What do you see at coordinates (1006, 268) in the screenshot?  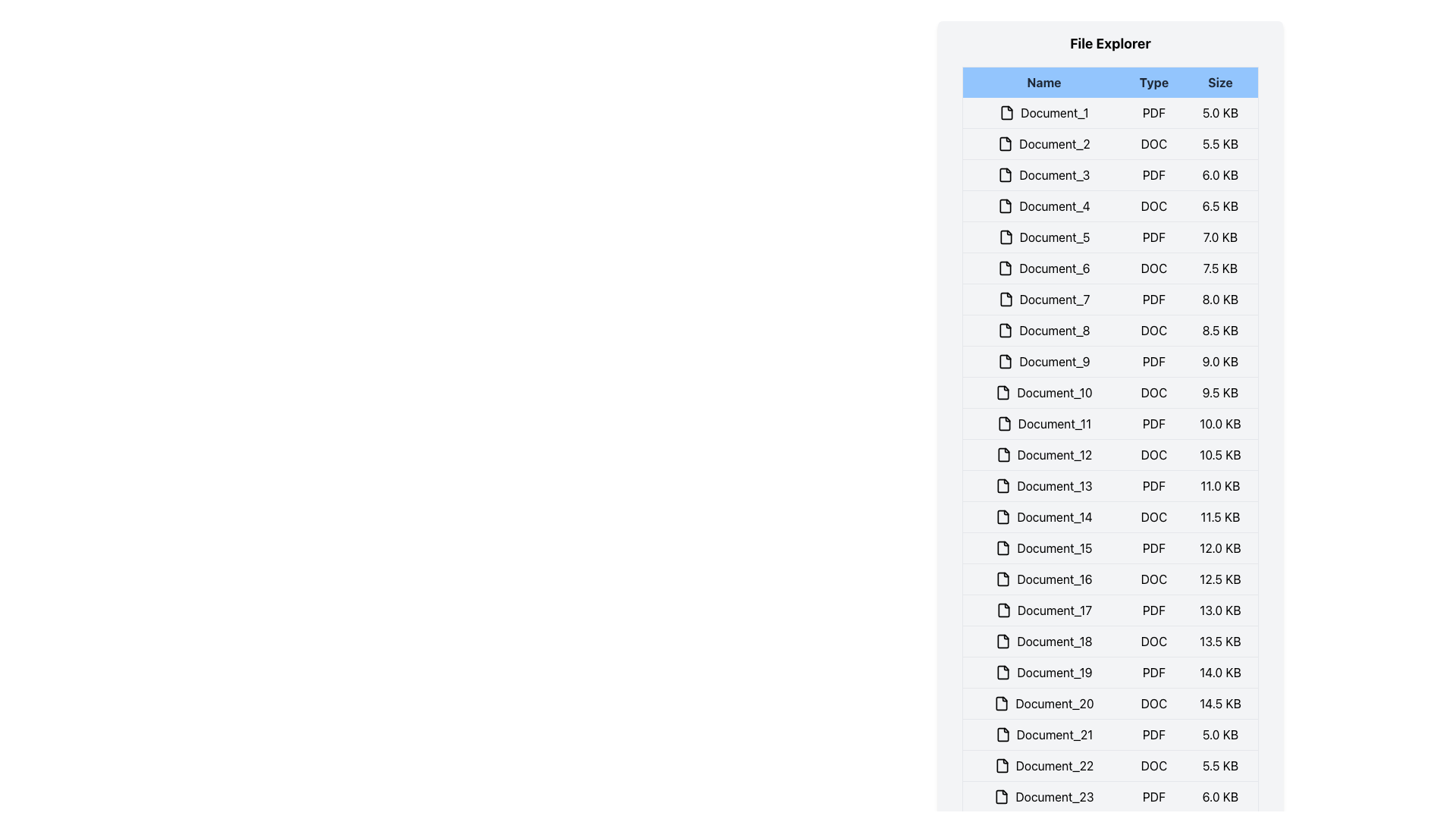 I see `the document icon located in the 'Name' column of the 'File Explorer' interface, specifically in the row labeled 'Document_6'` at bounding box center [1006, 268].